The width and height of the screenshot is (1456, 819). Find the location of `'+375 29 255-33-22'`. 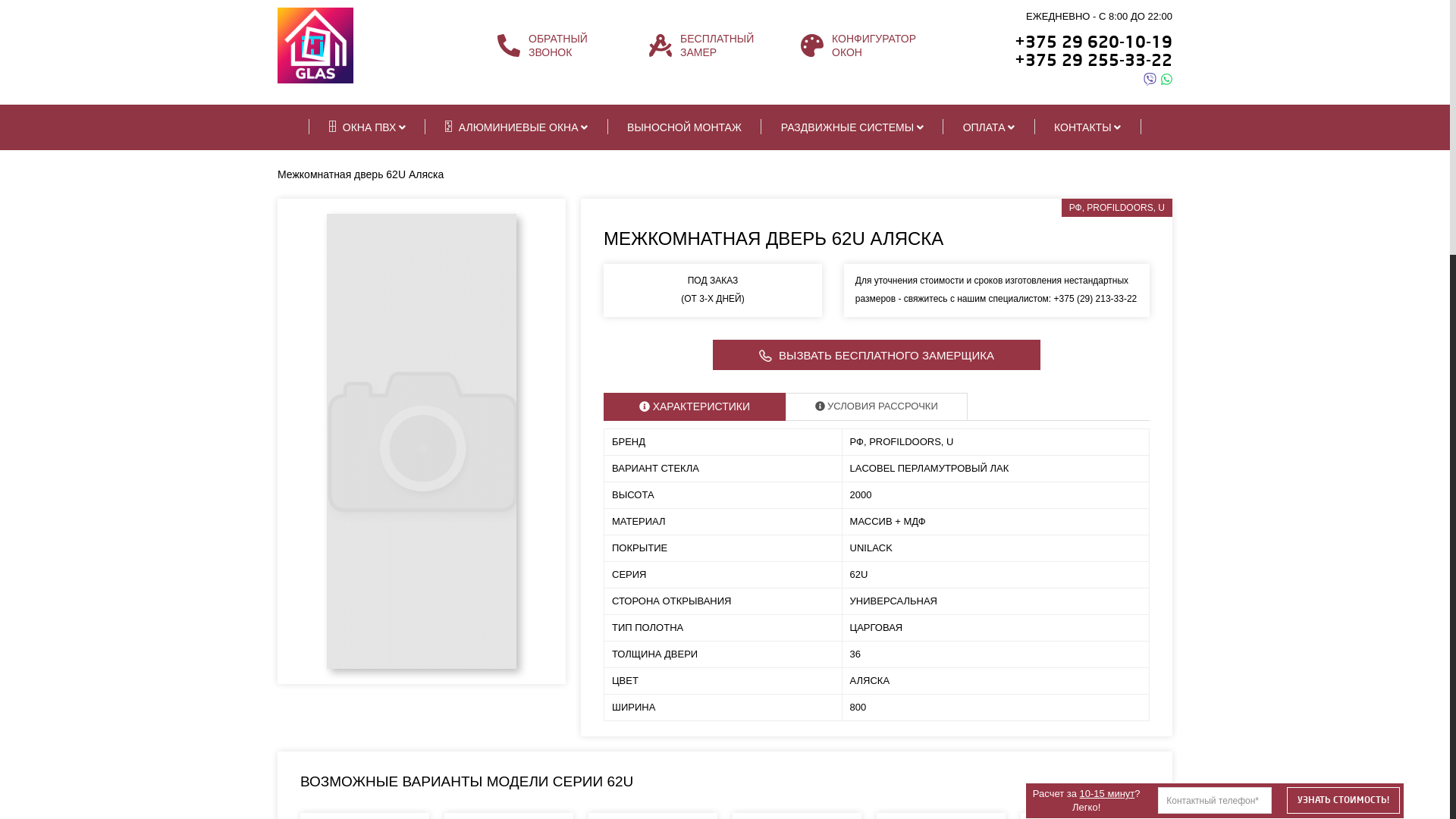

'+375 29 255-33-22' is located at coordinates (1093, 59).